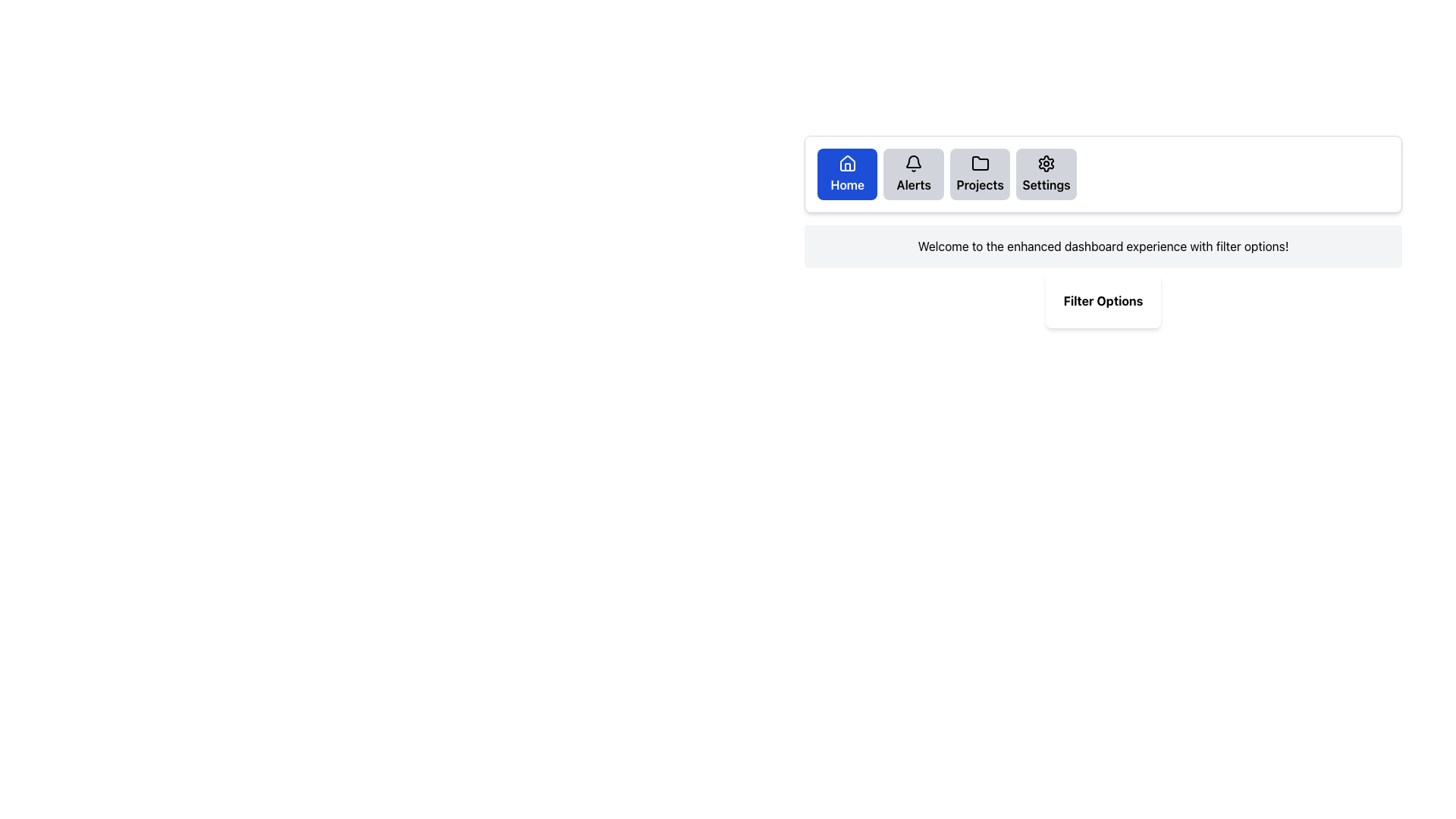 The image size is (1456, 819). I want to click on any button located within the navigation bar at the top-center of the interface, so click(1103, 174).